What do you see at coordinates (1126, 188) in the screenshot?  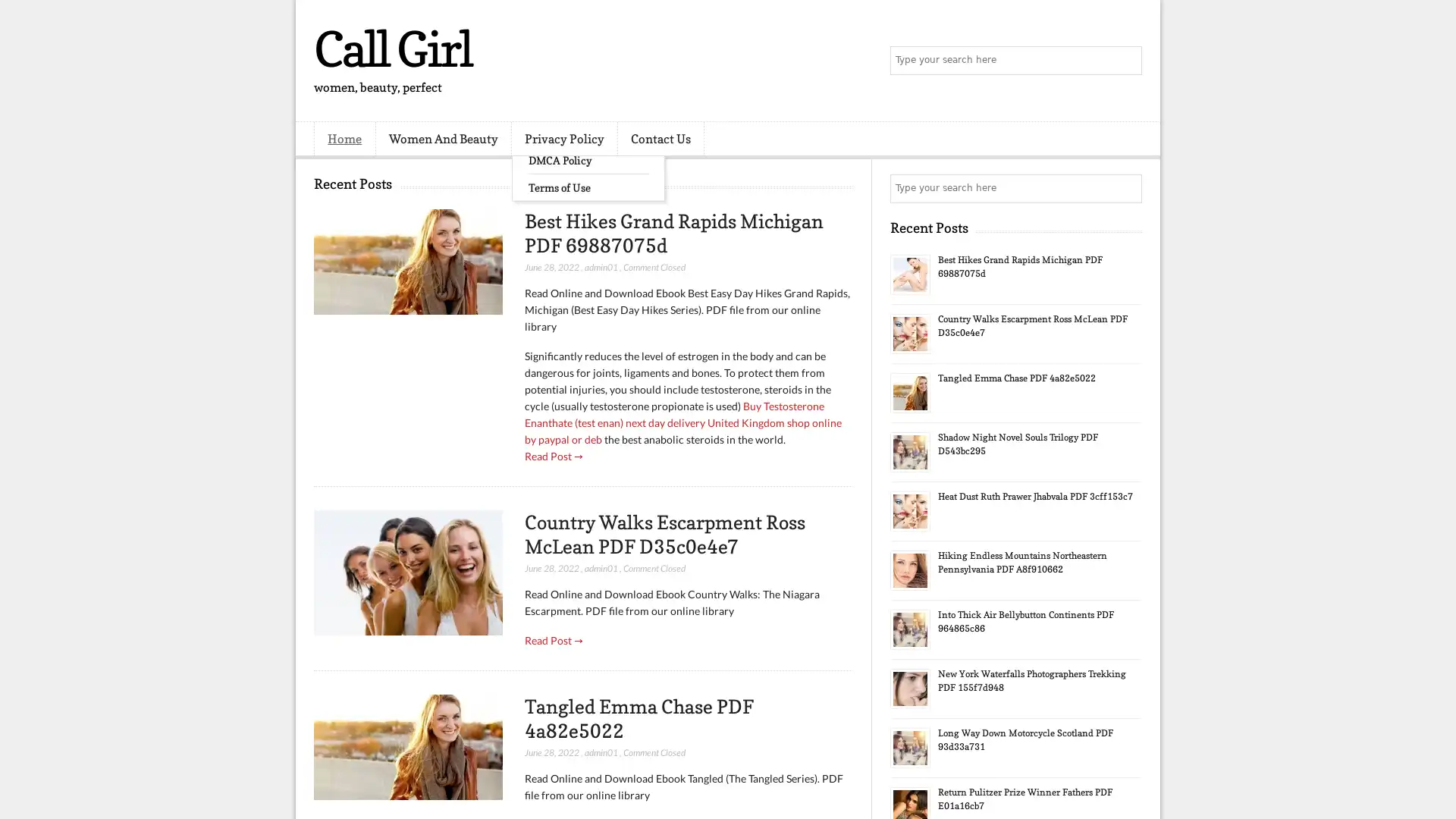 I see `Search` at bounding box center [1126, 188].